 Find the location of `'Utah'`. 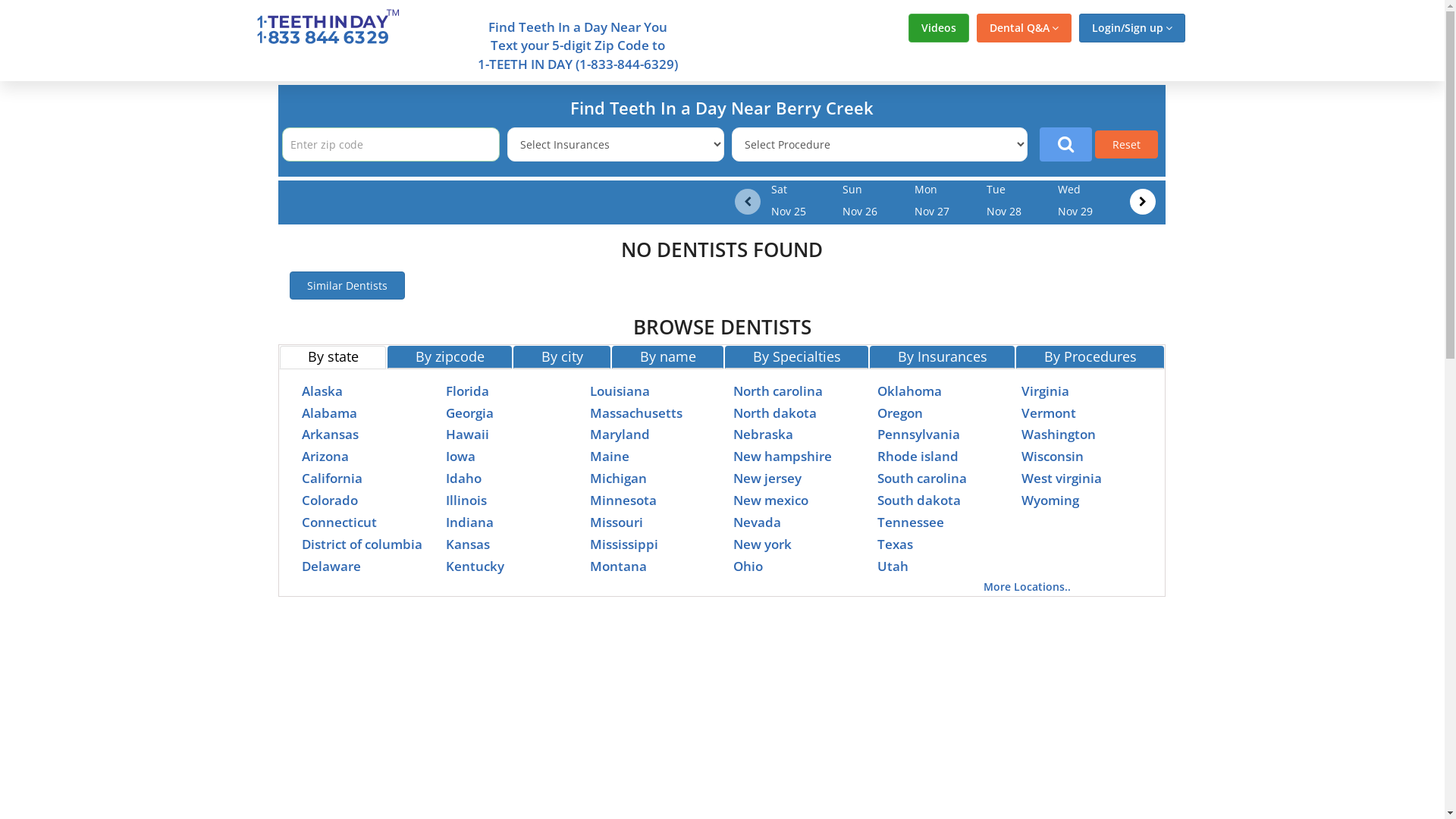

'Utah' is located at coordinates (893, 566).